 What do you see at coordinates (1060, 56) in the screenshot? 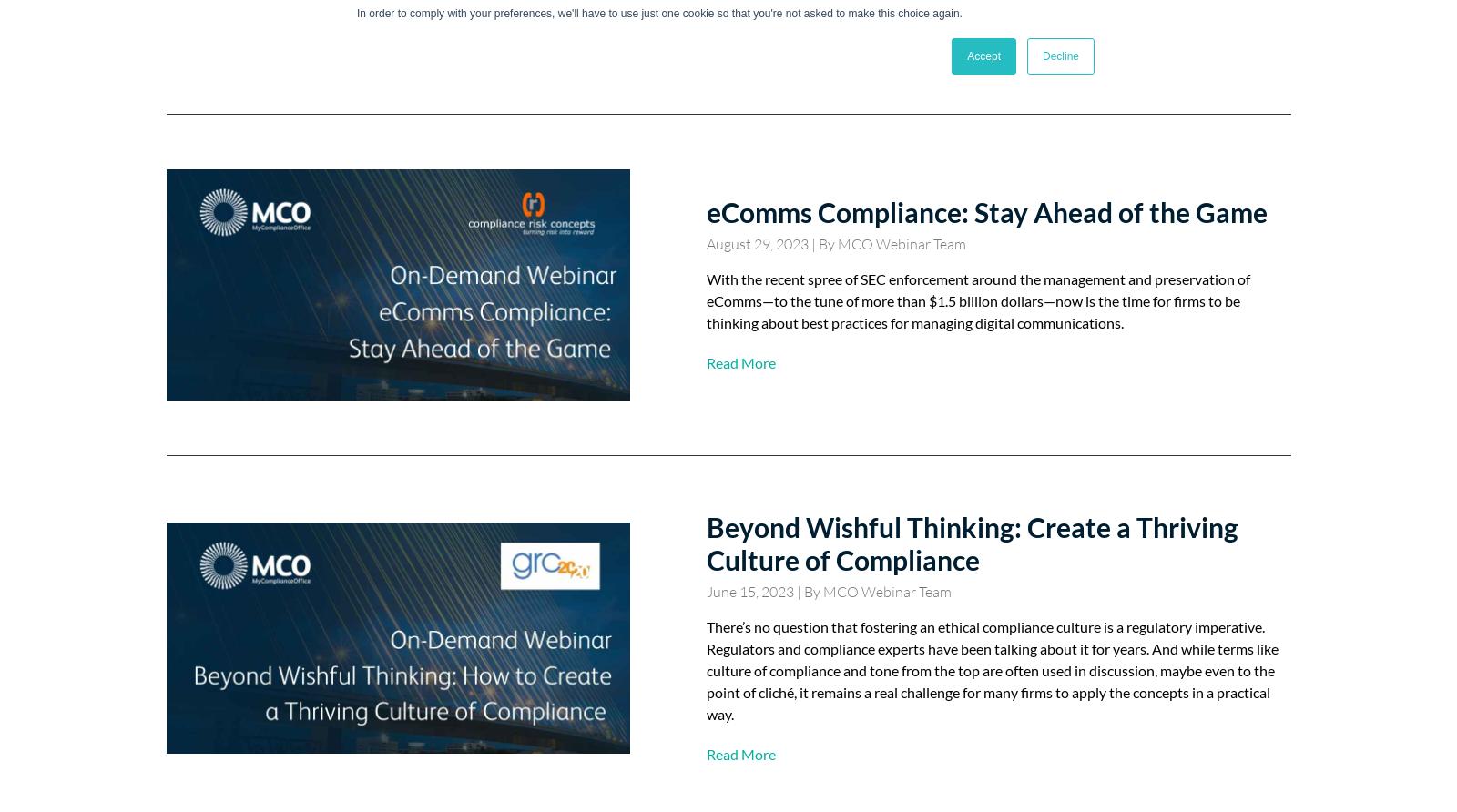
I see `'Decline'` at bounding box center [1060, 56].